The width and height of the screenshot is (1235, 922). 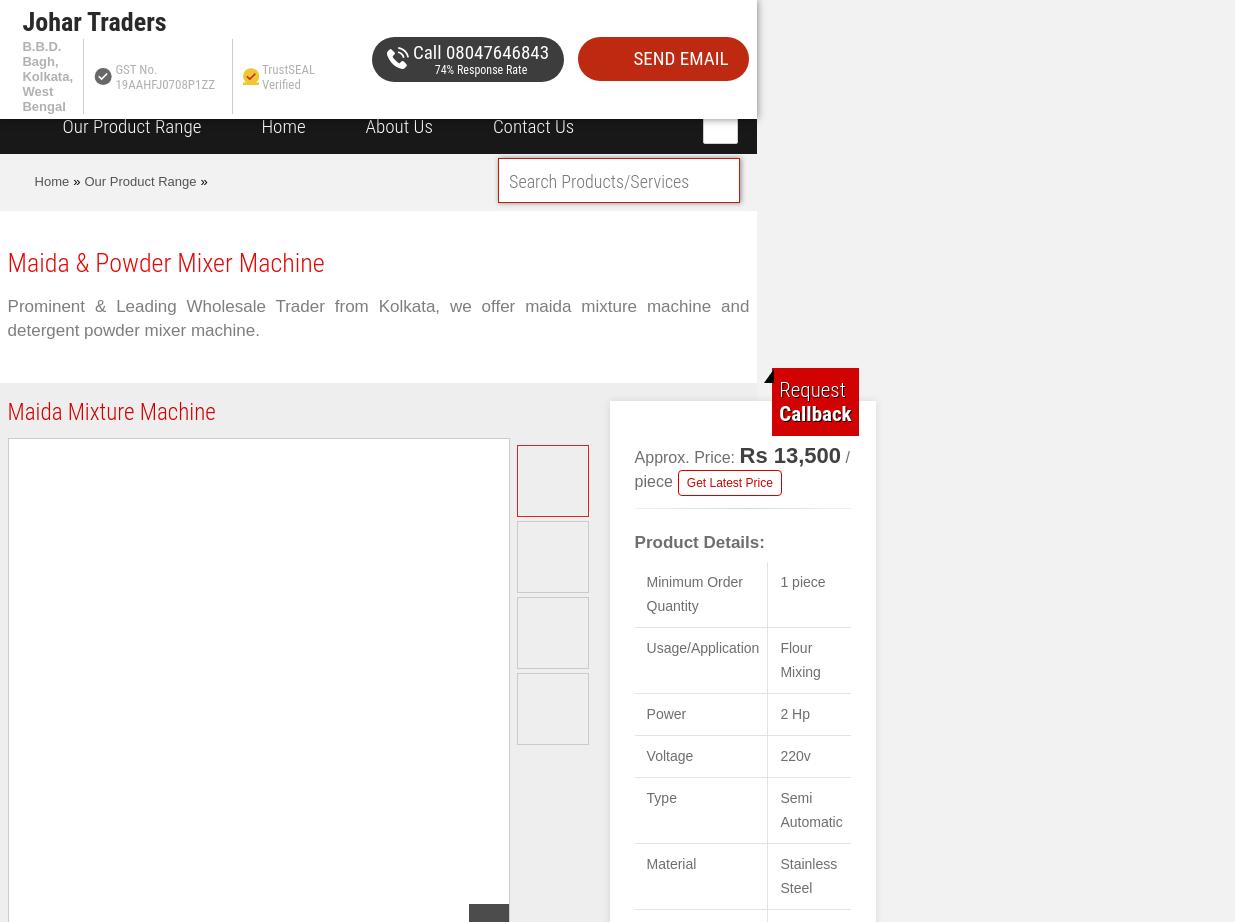 What do you see at coordinates (779, 412) in the screenshot?
I see `'Callback'` at bounding box center [779, 412].